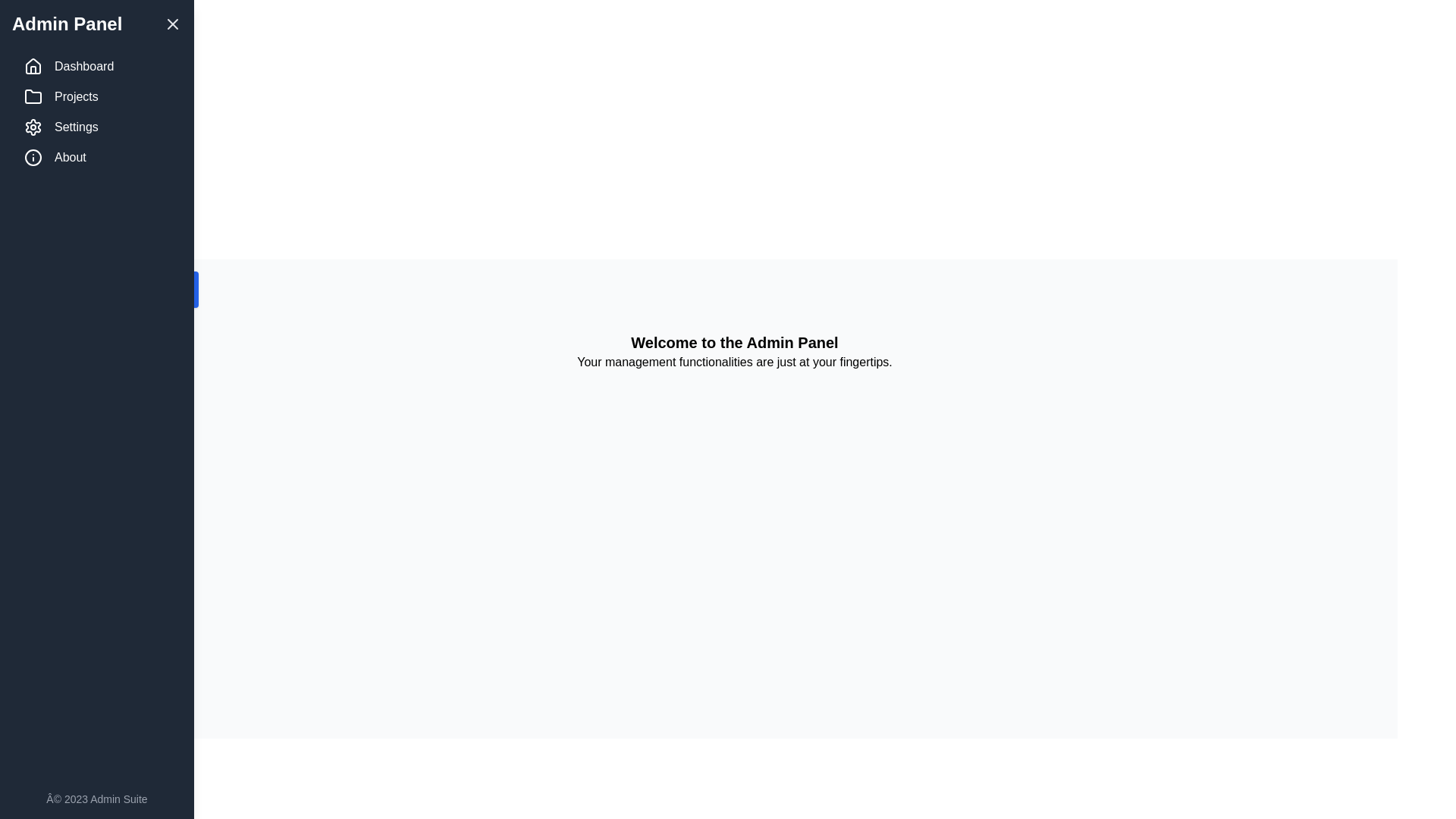  I want to click on the small square button icon with an 'X' symbol located on the right side of the 'Admin Panel' header, so click(172, 24).